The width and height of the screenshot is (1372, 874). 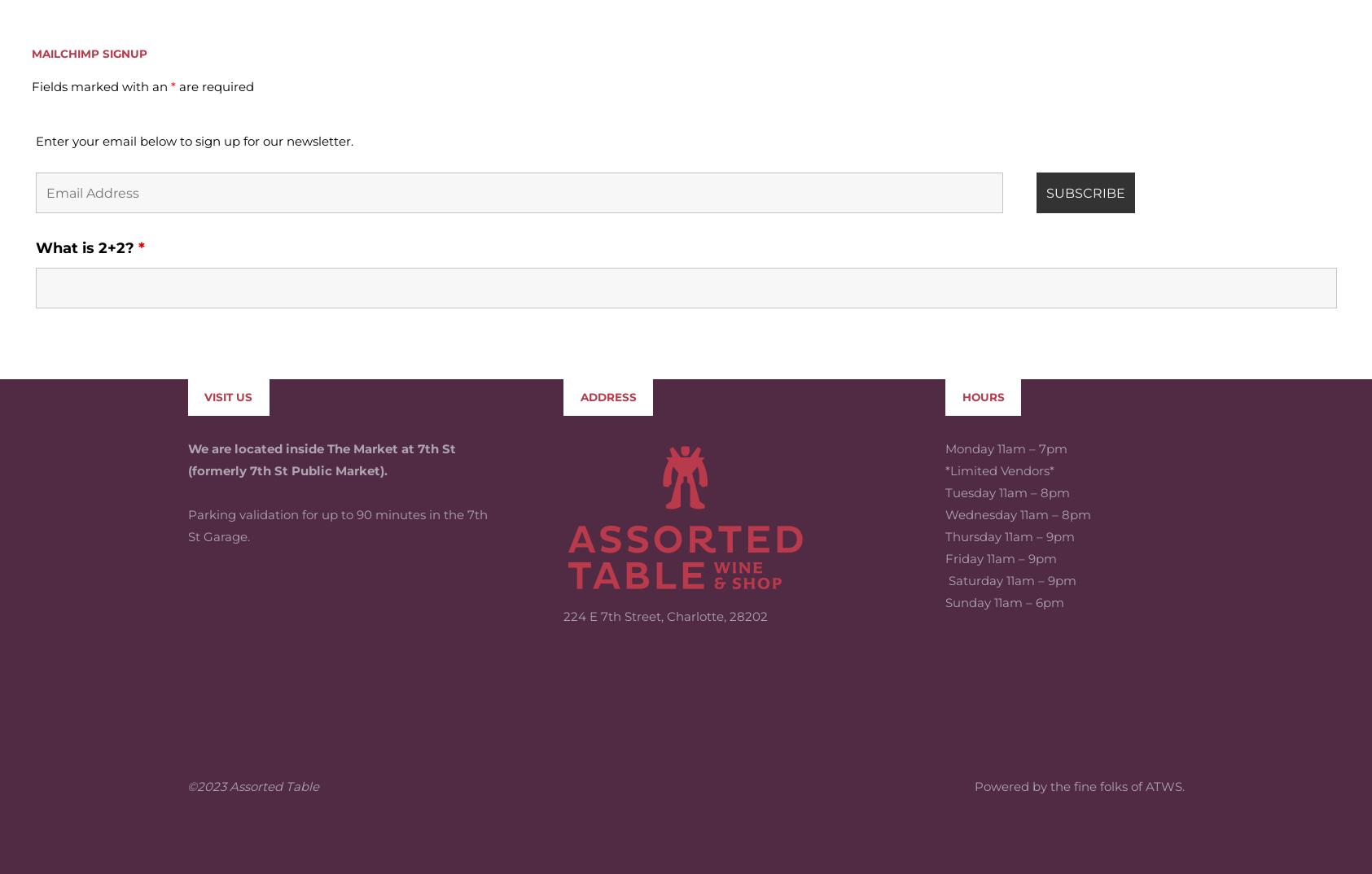 I want to click on 'Hours', so click(x=982, y=276).